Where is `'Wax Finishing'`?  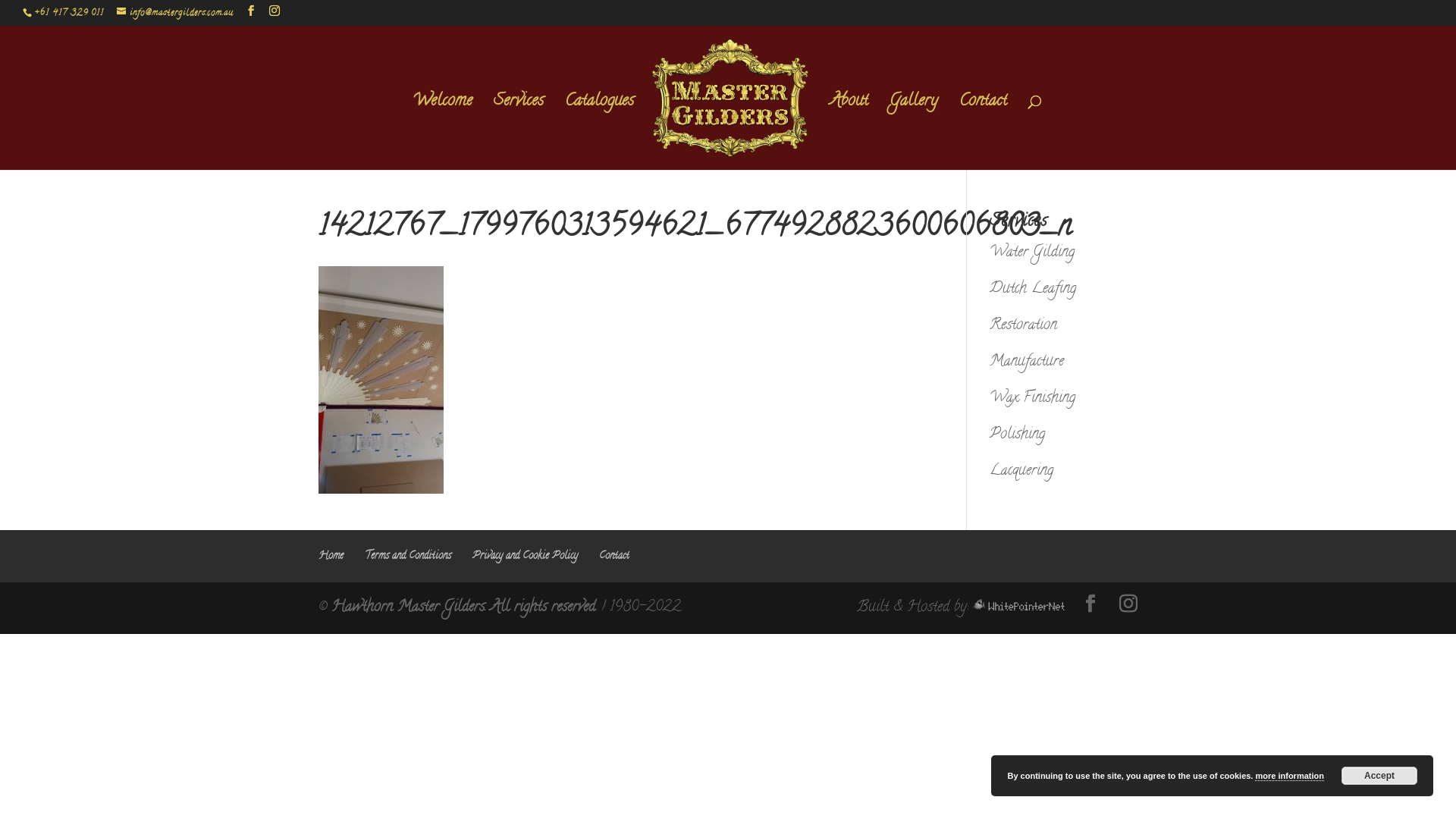
'Wax Finishing' is located at coordinates (990, 397).